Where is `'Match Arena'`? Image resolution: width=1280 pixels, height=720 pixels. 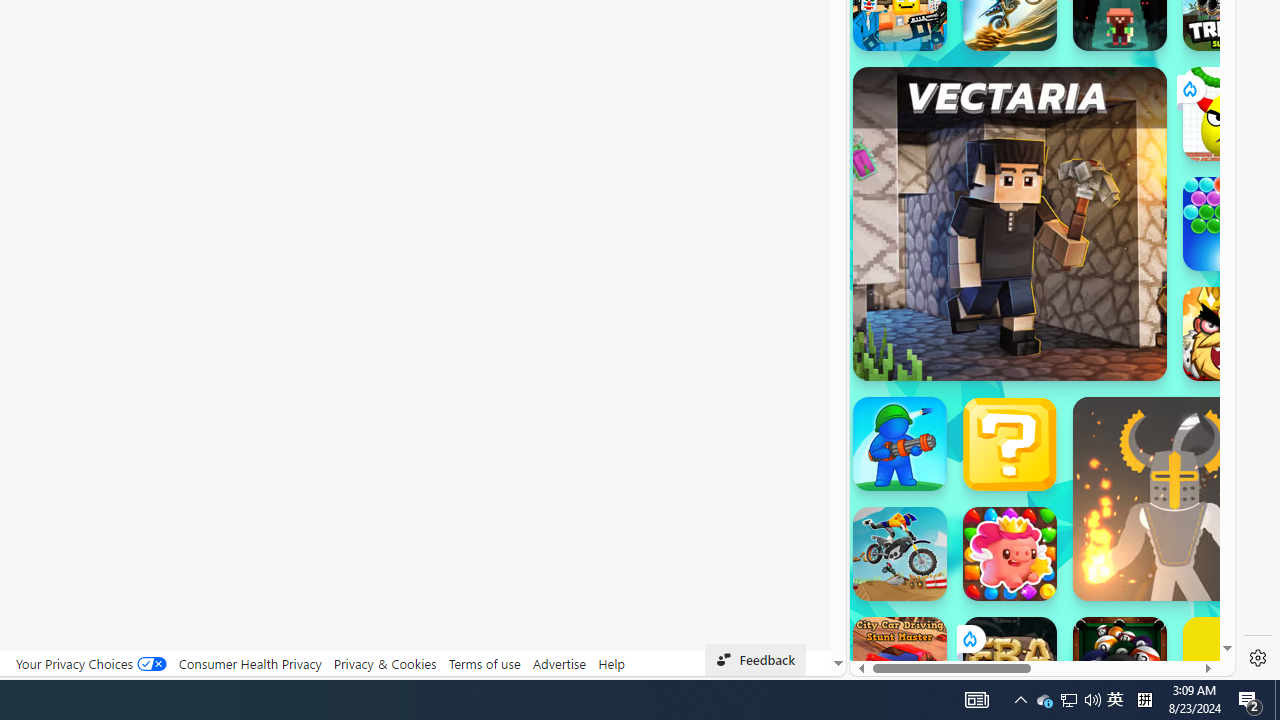 'Match Arena' is located at coordinates (1009, 554).